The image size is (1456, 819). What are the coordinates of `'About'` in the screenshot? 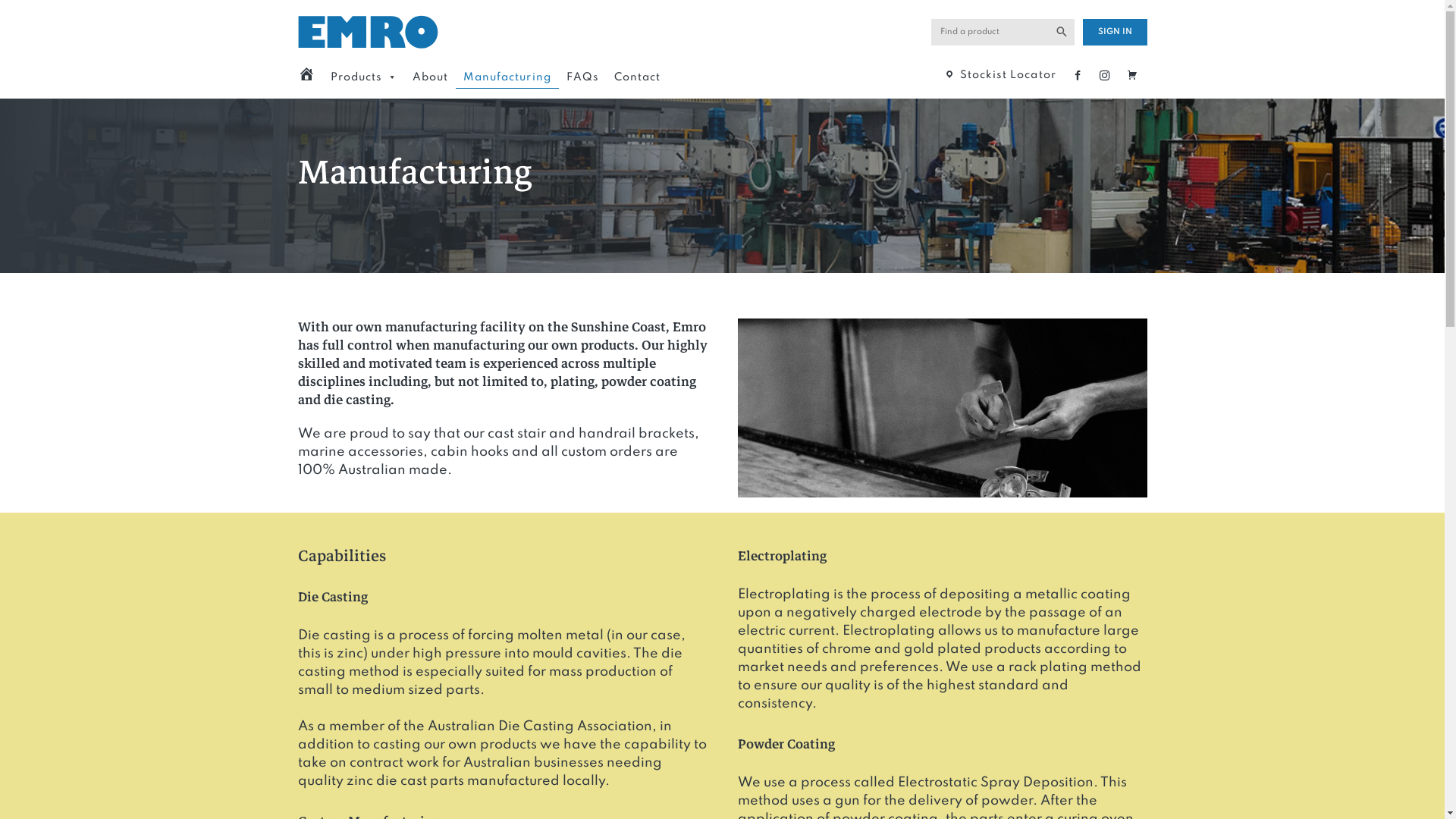 It's located at (429, 77).